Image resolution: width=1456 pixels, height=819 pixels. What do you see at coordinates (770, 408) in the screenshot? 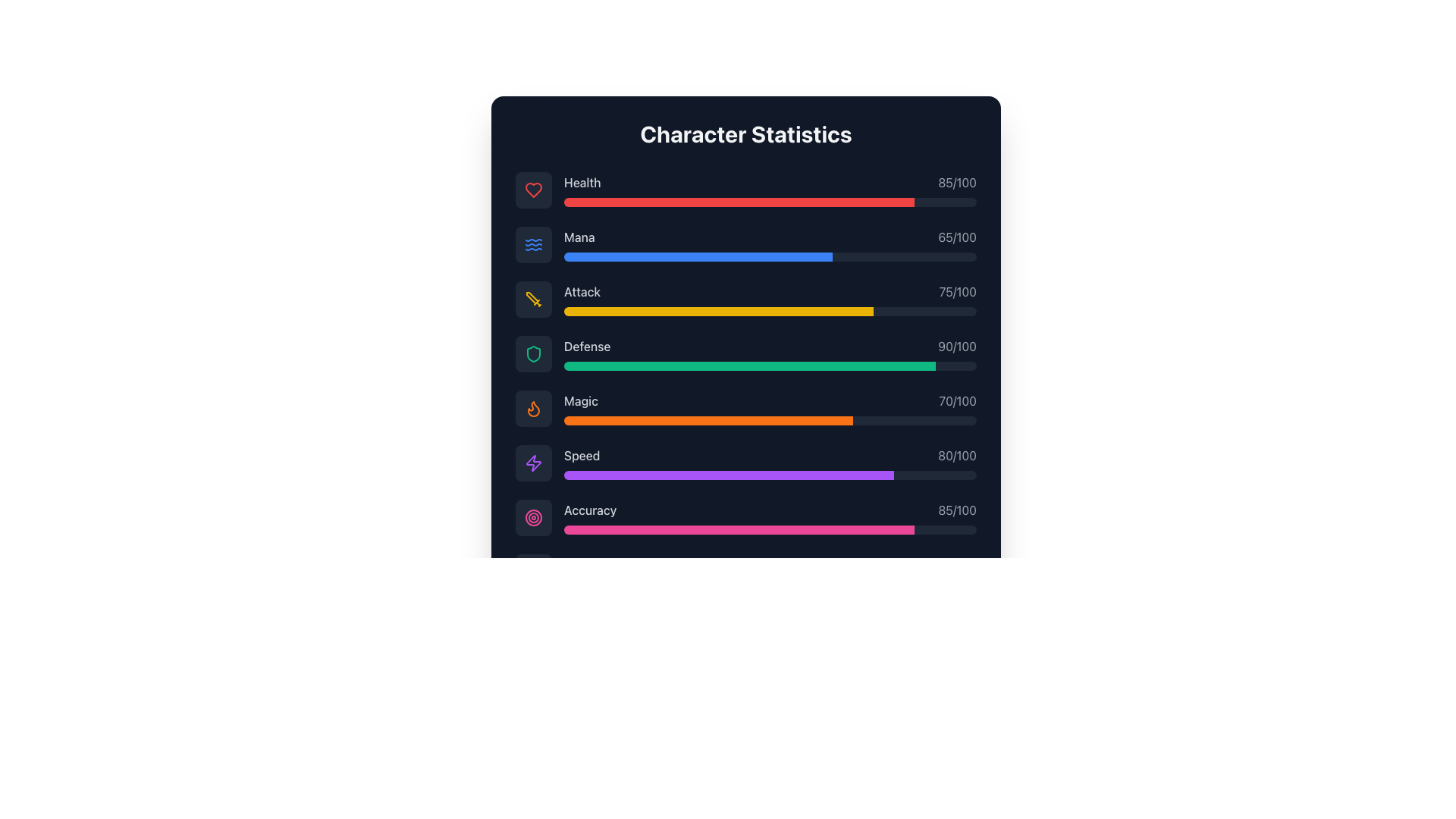
I see `associated texts of the 'Magic' progress bar located in the 'Character Statistics' section, which is the fifth entry in a vertical list of progress bars` at bounding box center [770, 408].